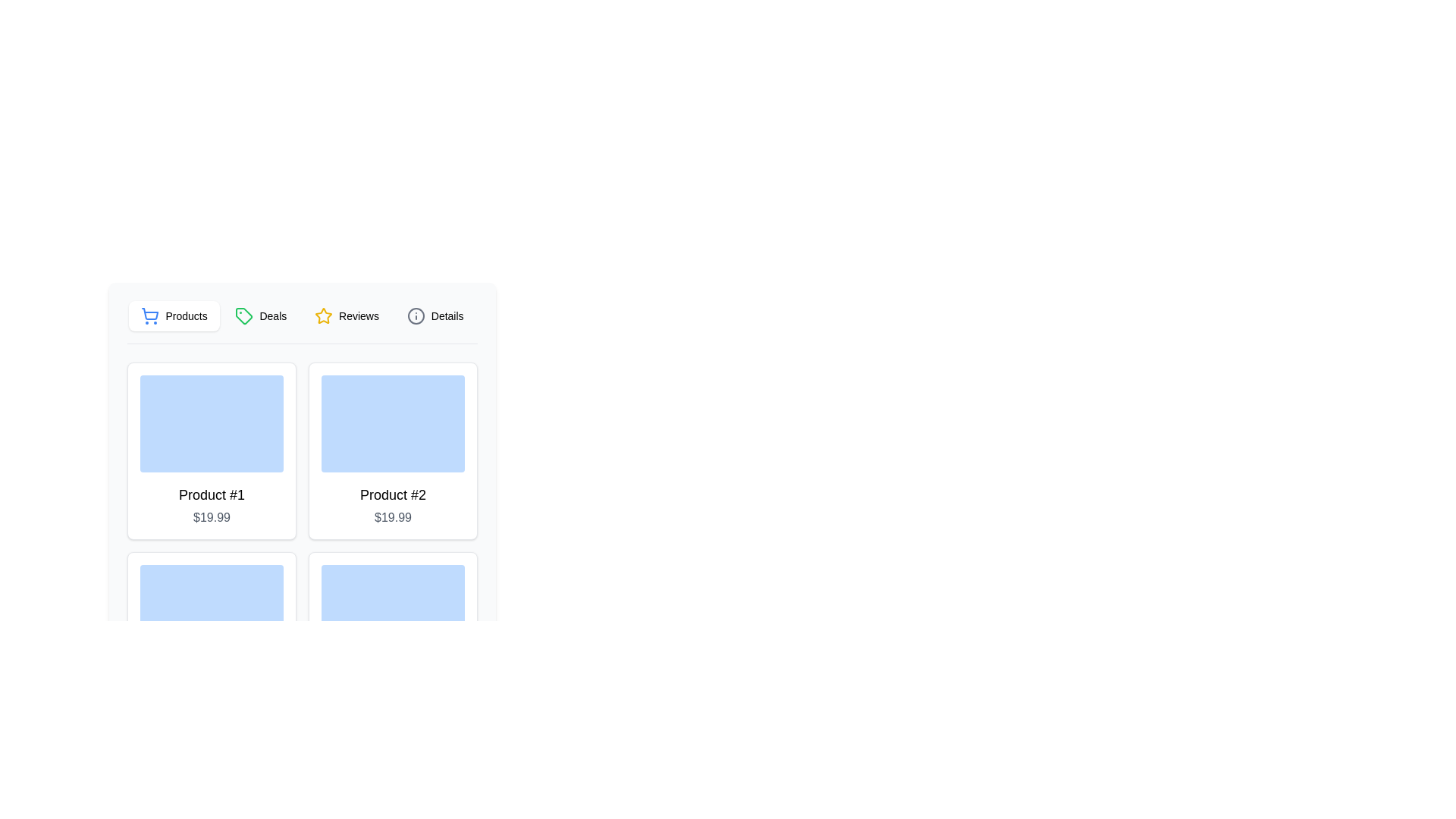 This screenshot has width=1456, height=819. What do you see at coordinates (185, 315) in the screenshot?
I see `text label 'Products' located in the menu bar near the top-left corner of the interface for navigation clarity` at bounding box center [185, 315].